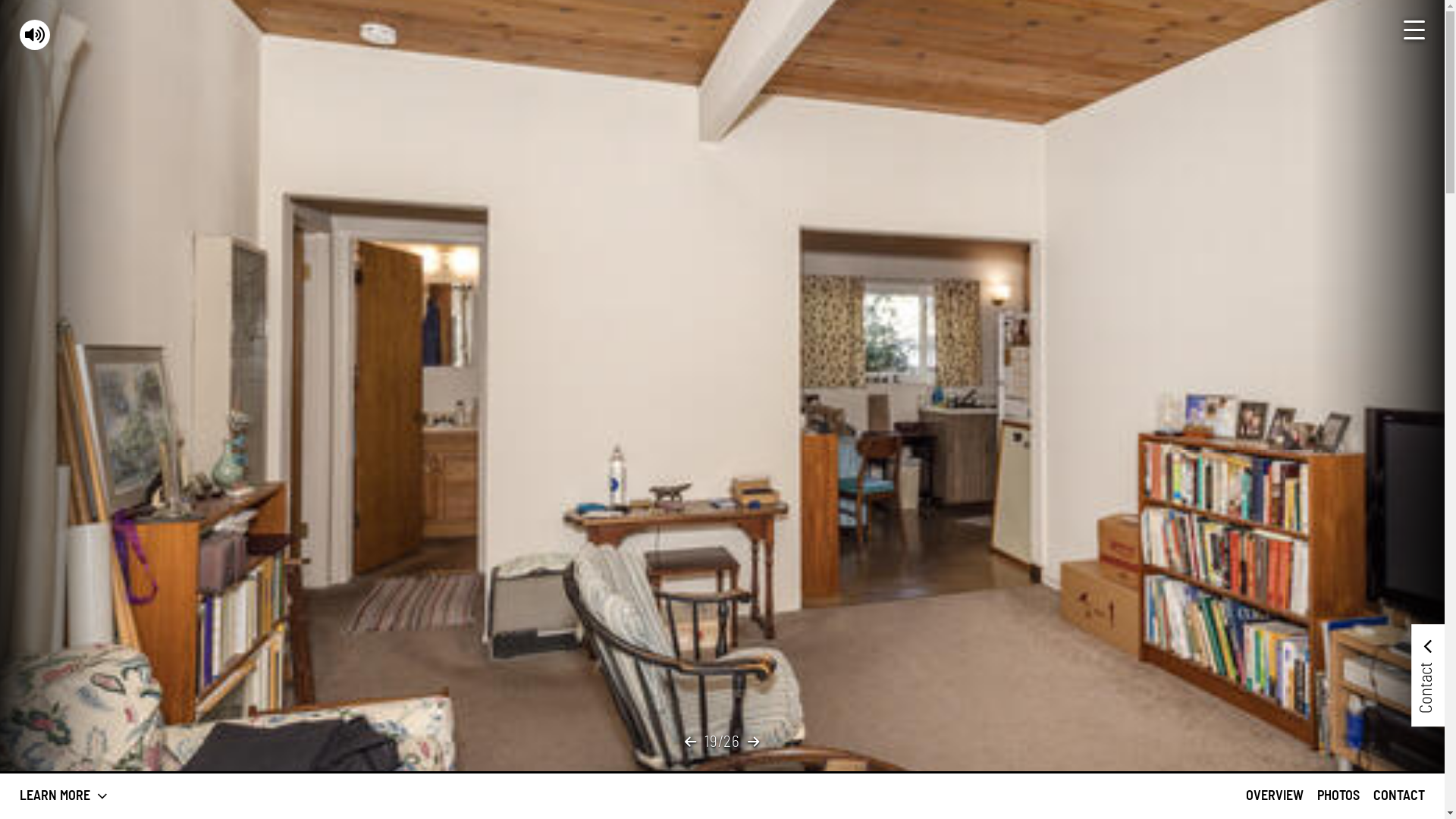 The image size is (1456, 819). Describe the element at coordinates (1274, 795) in the screenshot. I see `'OVERVIEW'` at that location.